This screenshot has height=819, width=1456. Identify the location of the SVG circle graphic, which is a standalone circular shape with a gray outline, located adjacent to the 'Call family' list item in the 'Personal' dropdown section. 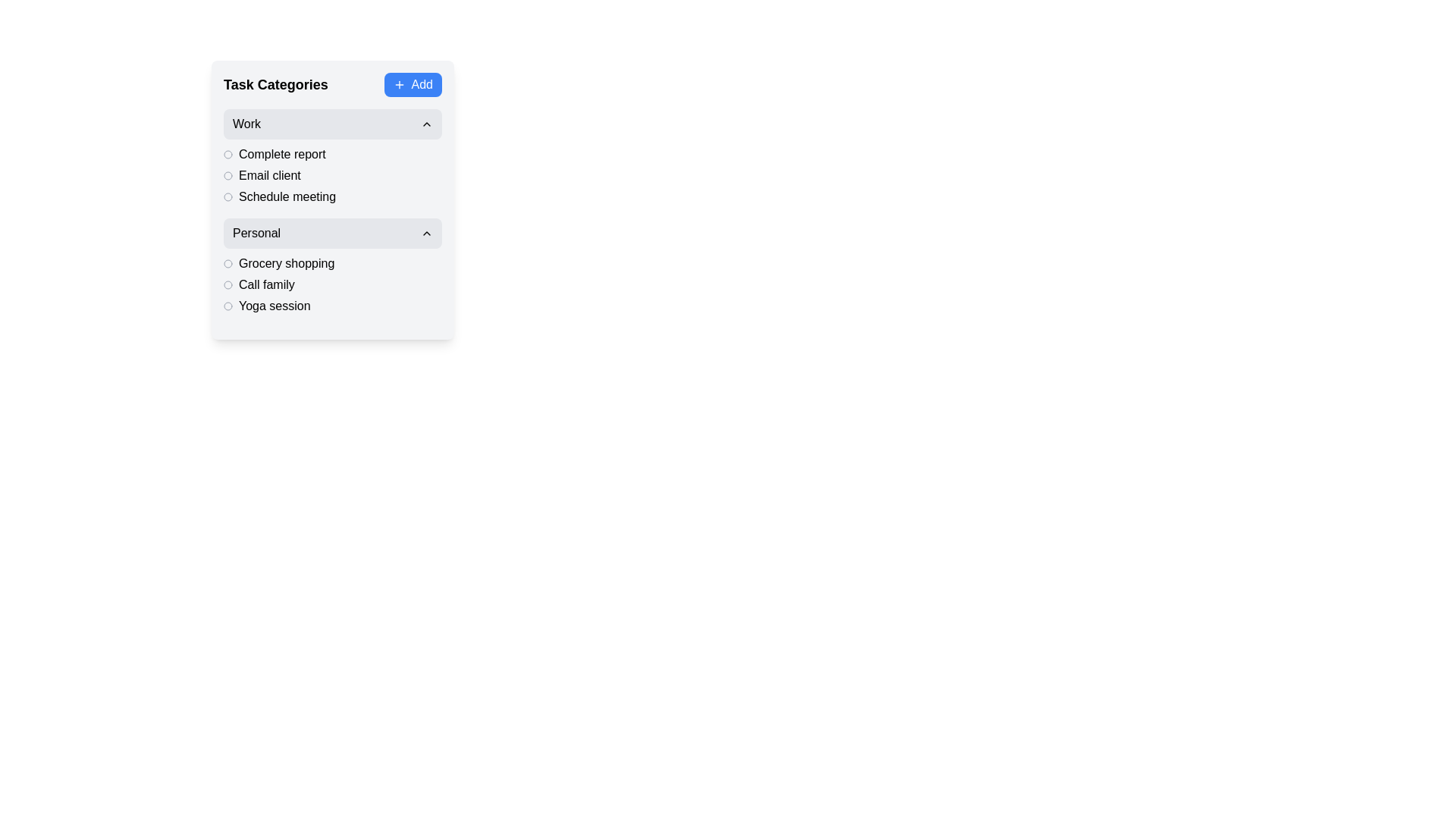
(227, 284).